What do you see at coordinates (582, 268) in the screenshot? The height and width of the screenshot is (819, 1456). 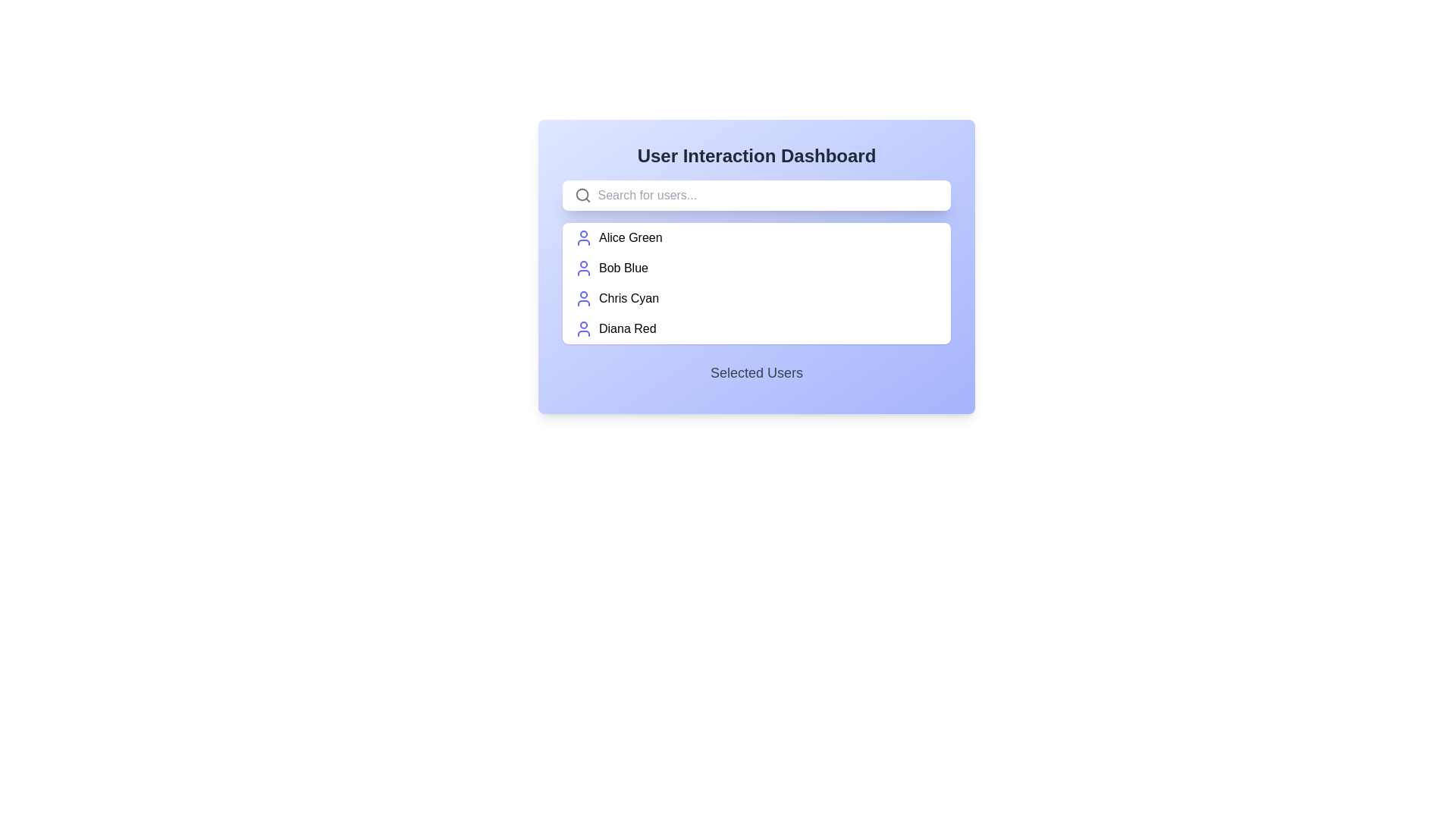 I see `the user icon represented by a circular head and semi-circular body, styled in bold indigo color, located to the left of the text 'Bob Blue' in the second user entry below the search bar` at bounding box center [582, 268].